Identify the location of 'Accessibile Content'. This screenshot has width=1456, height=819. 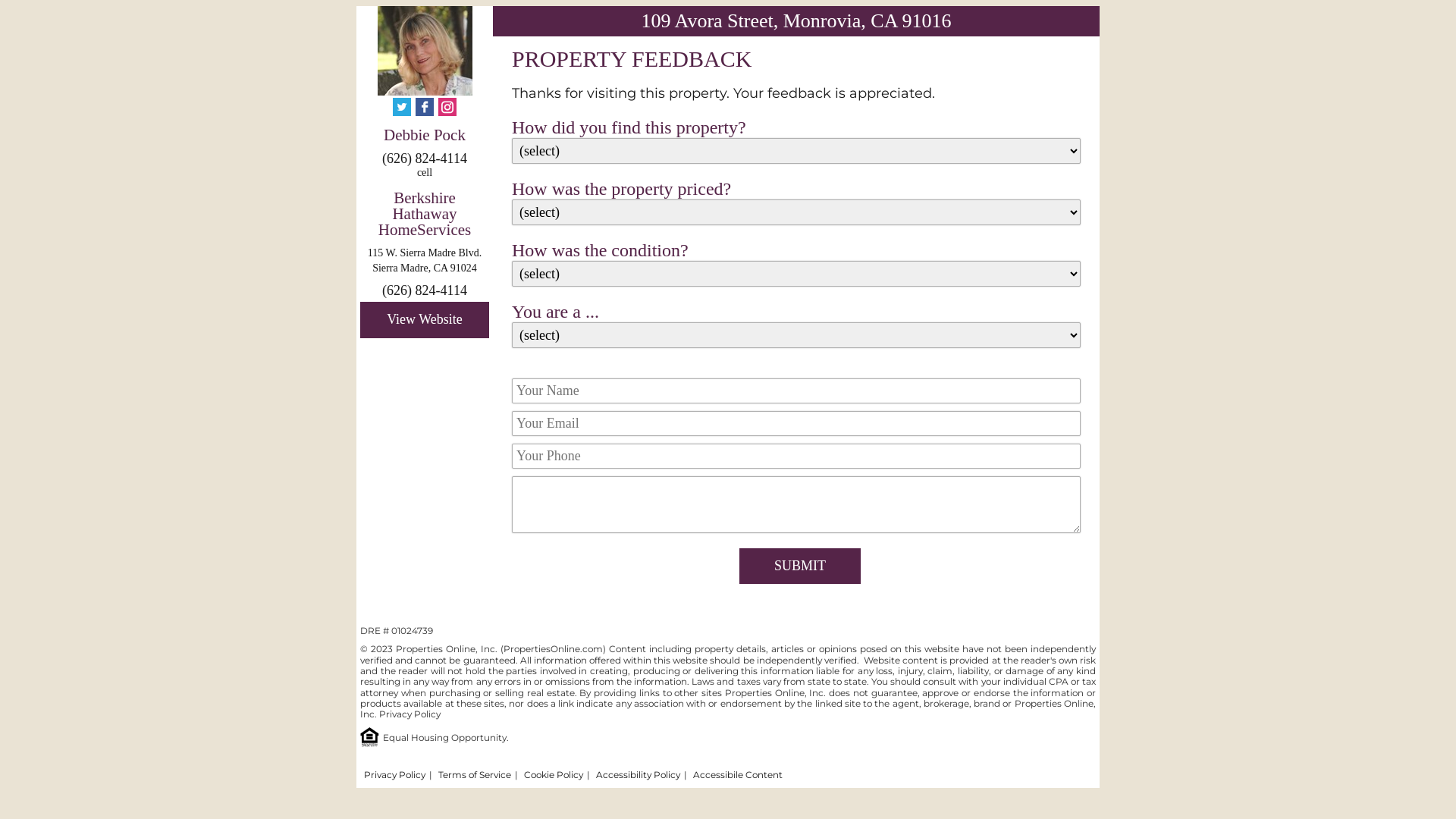
(738, 774).